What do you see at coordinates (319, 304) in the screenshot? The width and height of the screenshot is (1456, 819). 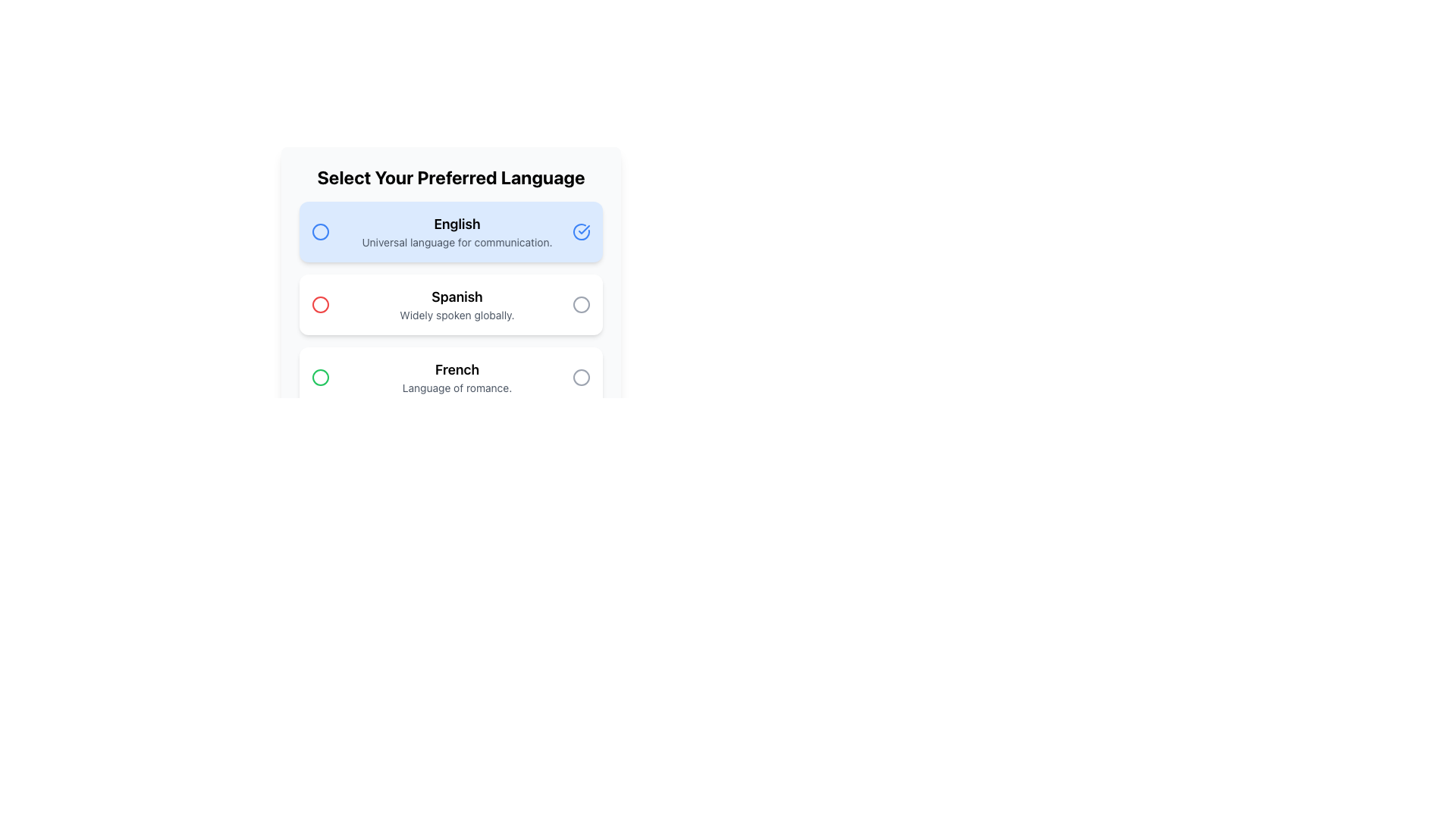 I see `the red circular icon located to the left of the text 'Spanish' in the list` at bounding box center [319, 304].